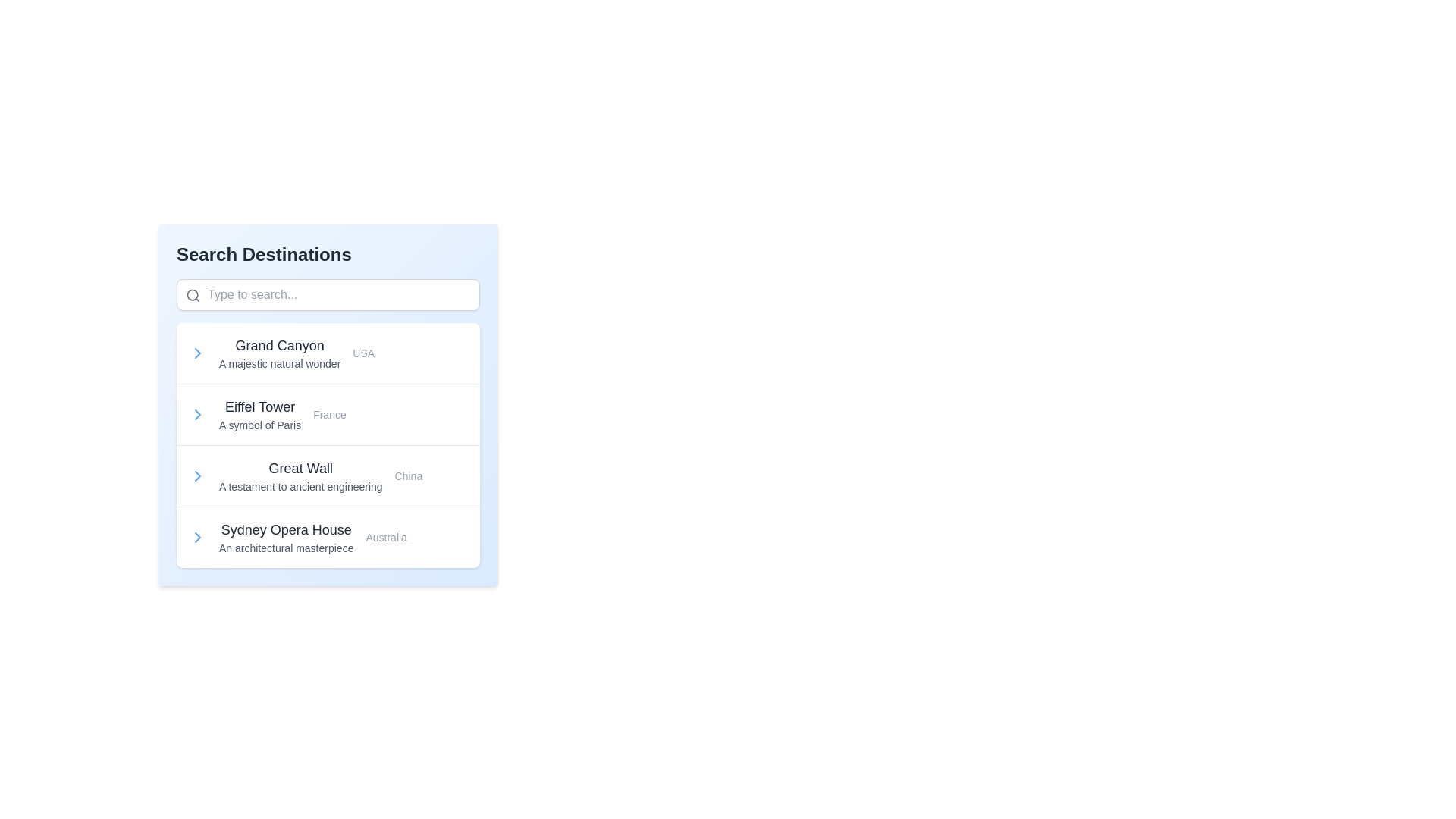  Describe the element at coordinates (196, 475) in the screenshot. I see `the chevron icon next to the 'Great Wall' text` at that location.